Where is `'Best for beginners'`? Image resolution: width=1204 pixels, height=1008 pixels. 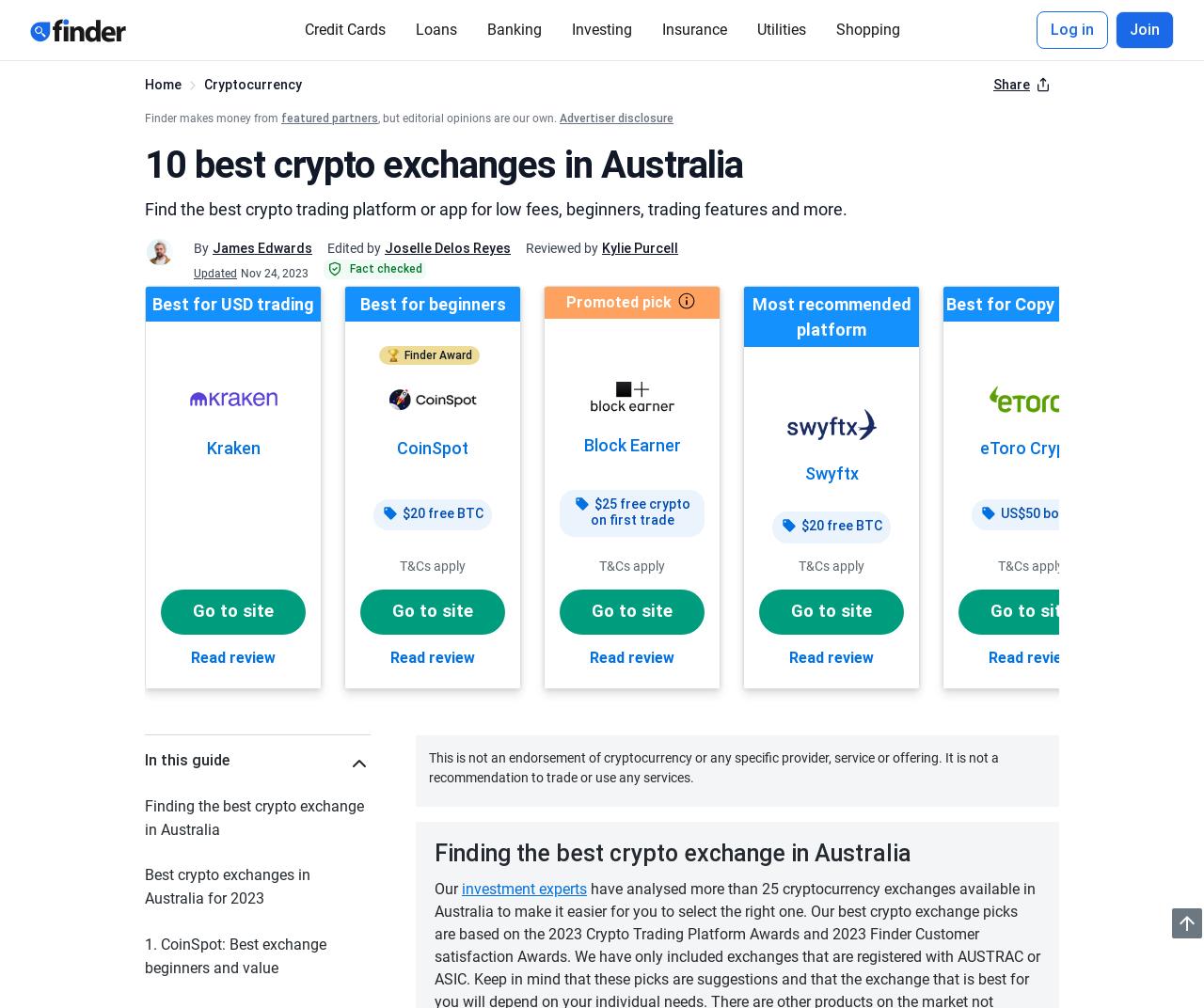 'Best for beginners' is located at coordinates (431, 302).